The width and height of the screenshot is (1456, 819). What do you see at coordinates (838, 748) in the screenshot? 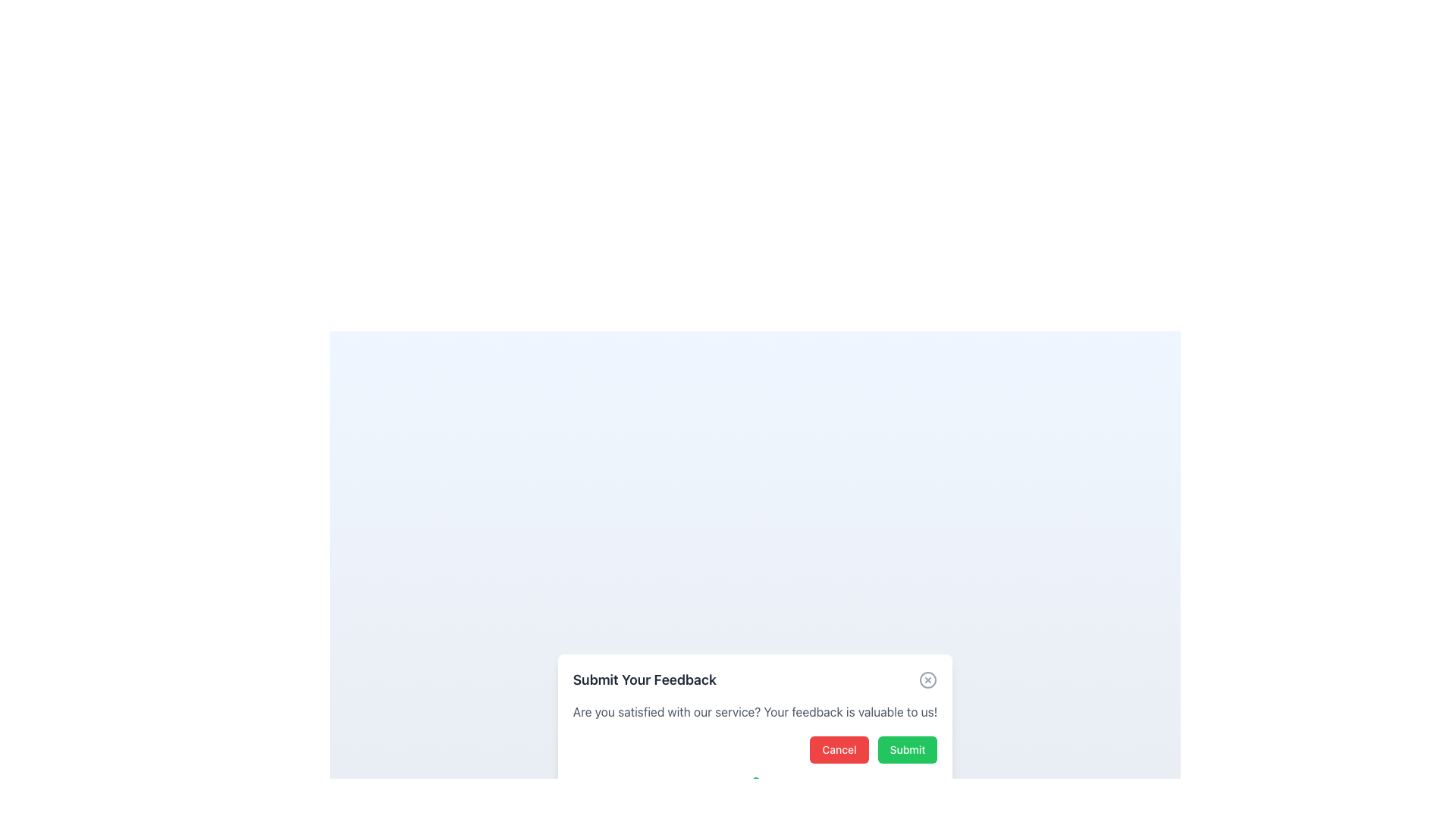
I see `the red 'Cancel' button with white text` at bounding box center [838, 748].